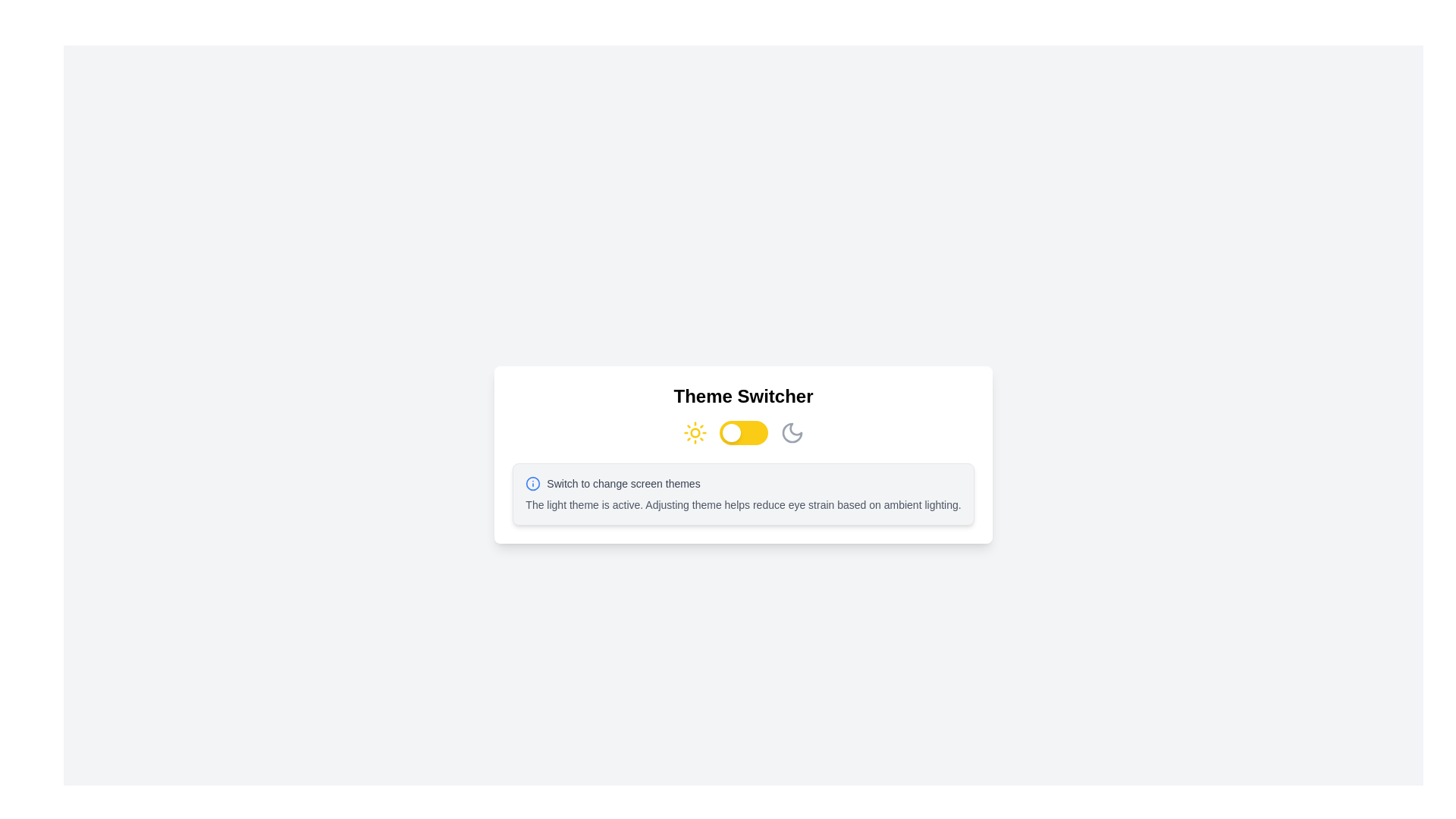  What do you see at coordinates (791, 432) in the screenshot?
I see `the moon icon in the theme switcher interface, which represents a nighttime or dark theme` at bounding box center [791, 432].